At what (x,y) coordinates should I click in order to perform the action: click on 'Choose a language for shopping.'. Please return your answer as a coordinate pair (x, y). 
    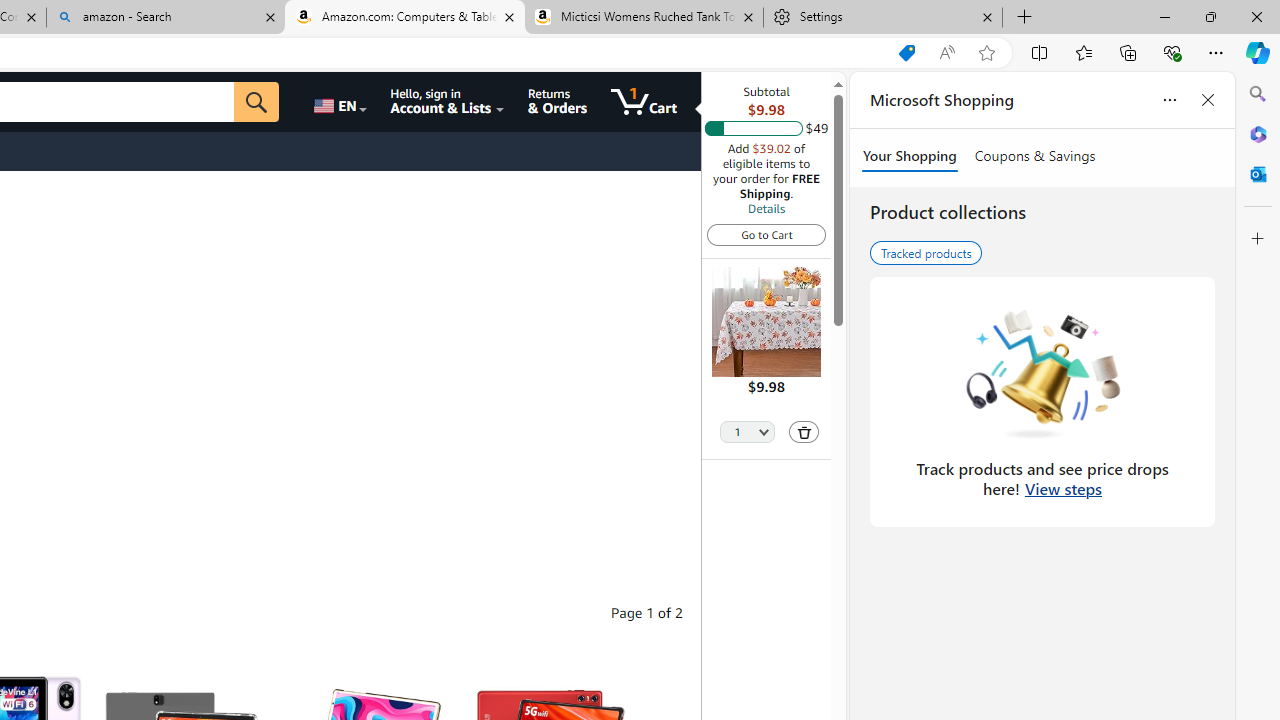
    Looking at the image, I should click on (339, 101).